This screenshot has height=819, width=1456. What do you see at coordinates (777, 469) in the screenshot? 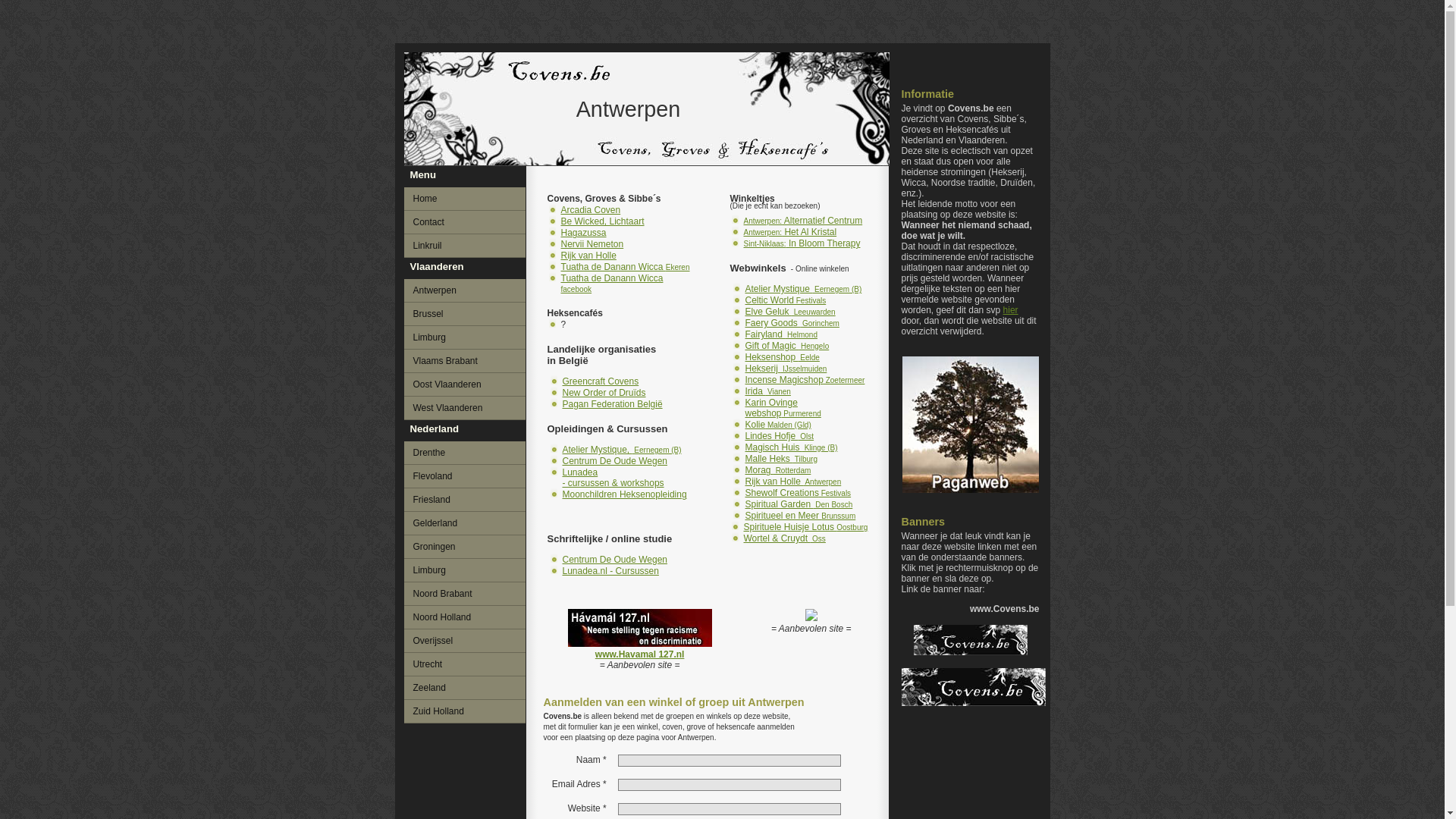
I see `'Morag  Rotterdam'` at bounding box center [777, 469].